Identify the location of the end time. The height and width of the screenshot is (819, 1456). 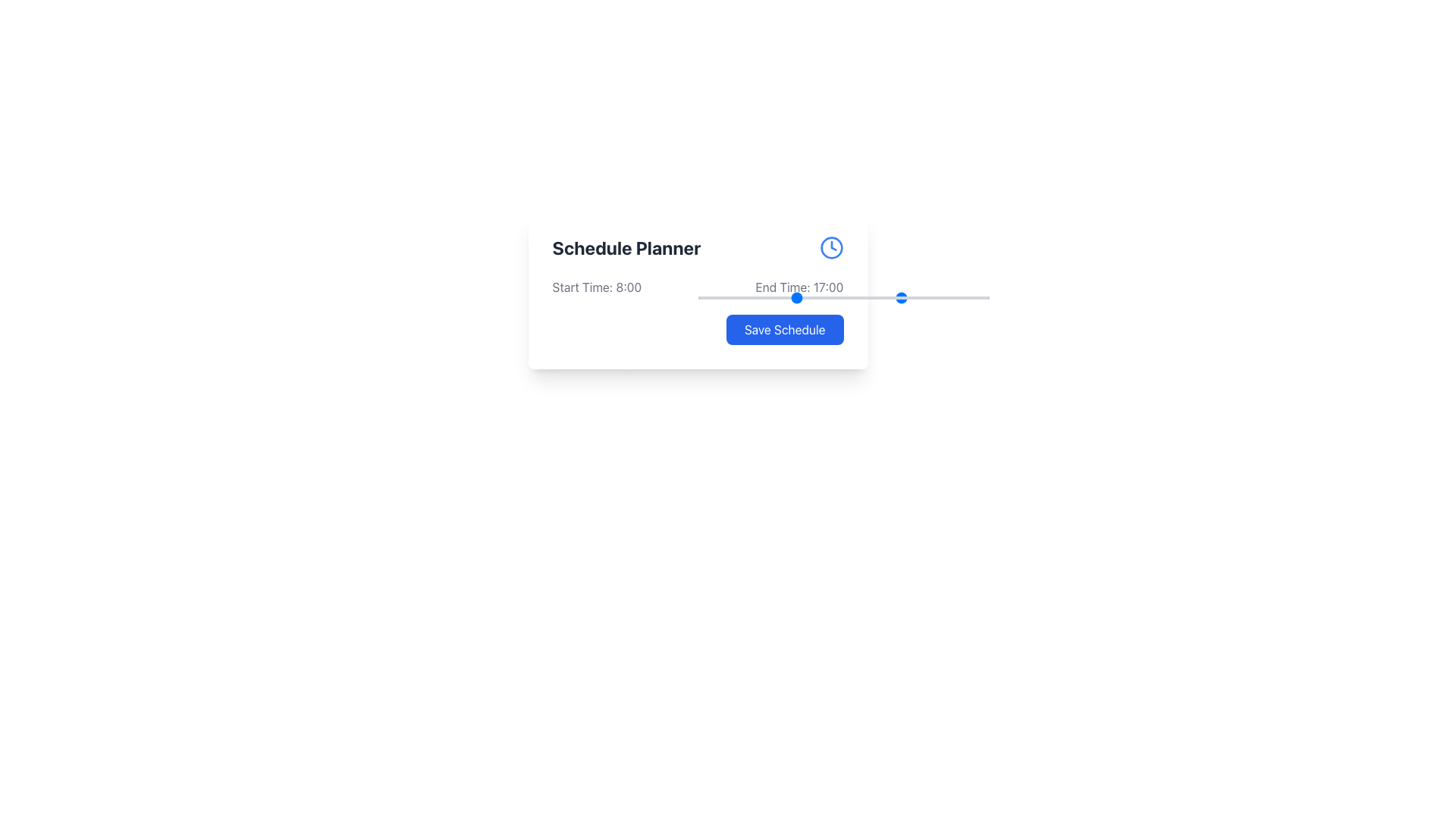
(868, 298).